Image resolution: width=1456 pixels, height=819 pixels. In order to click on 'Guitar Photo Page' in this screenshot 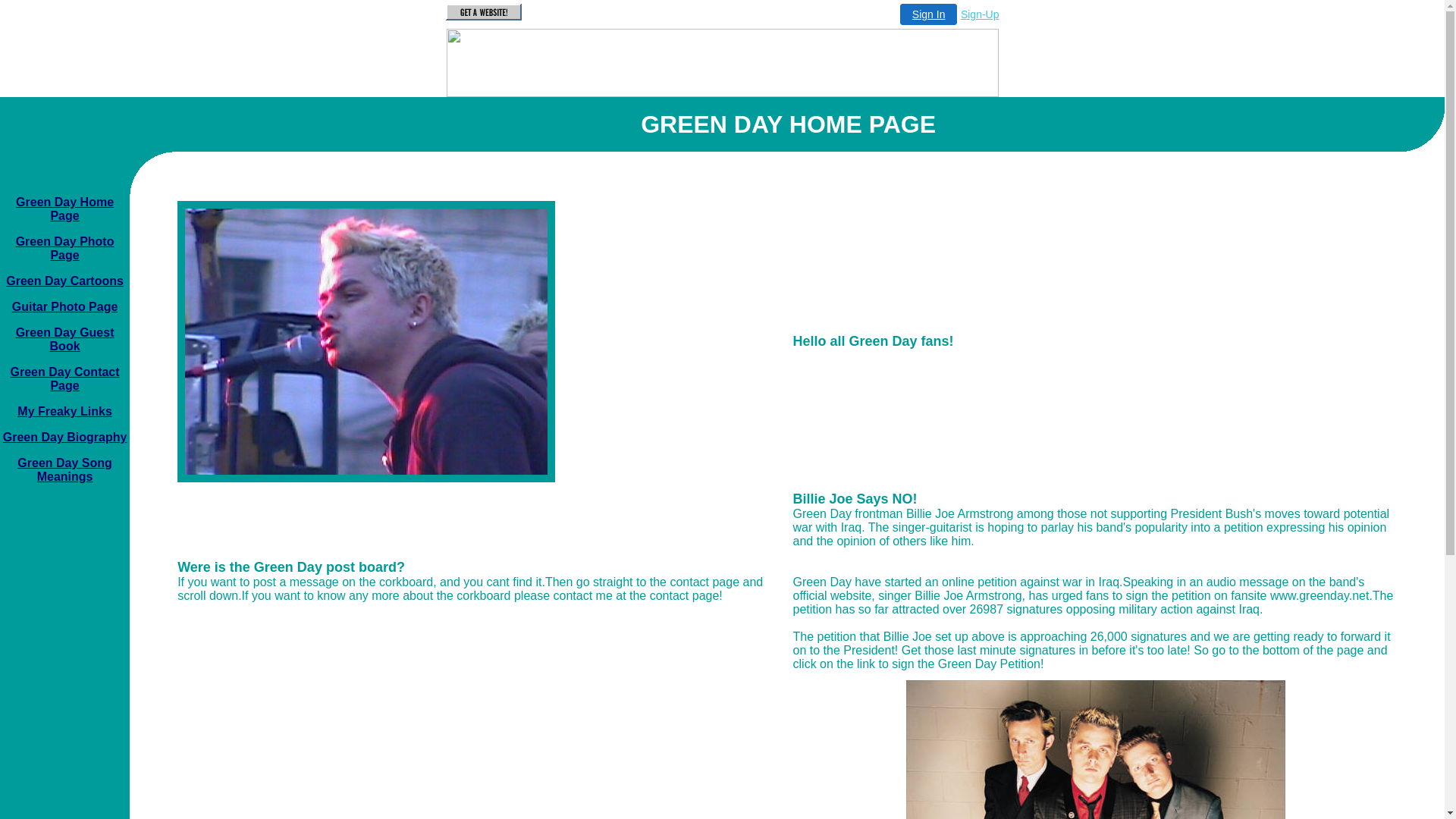, I will do `click(64, 306)`.